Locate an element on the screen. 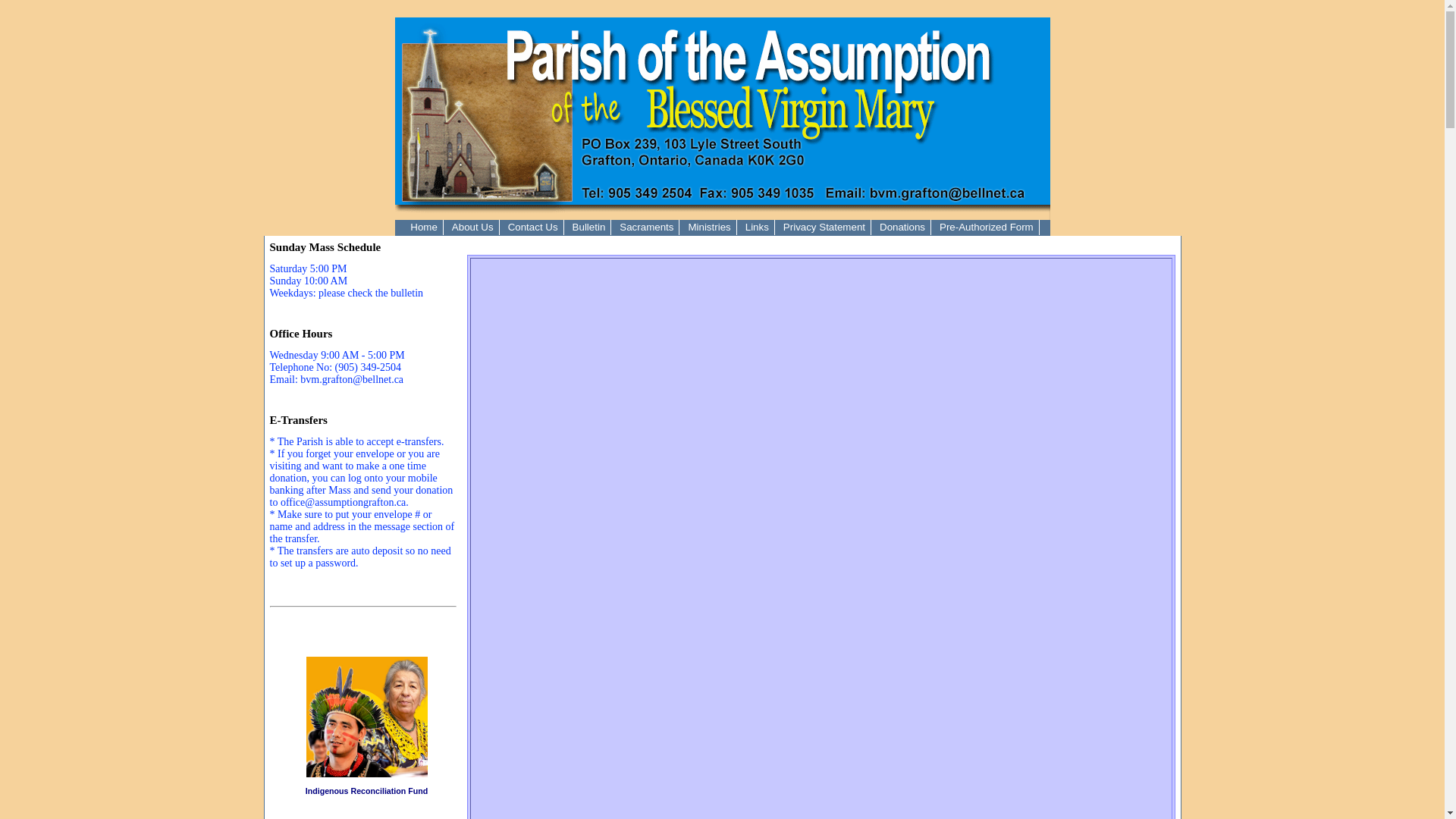 This screenshot has width=1456, height=819. 'Pre-Authorized Form' is located at coordinates (987, 227).